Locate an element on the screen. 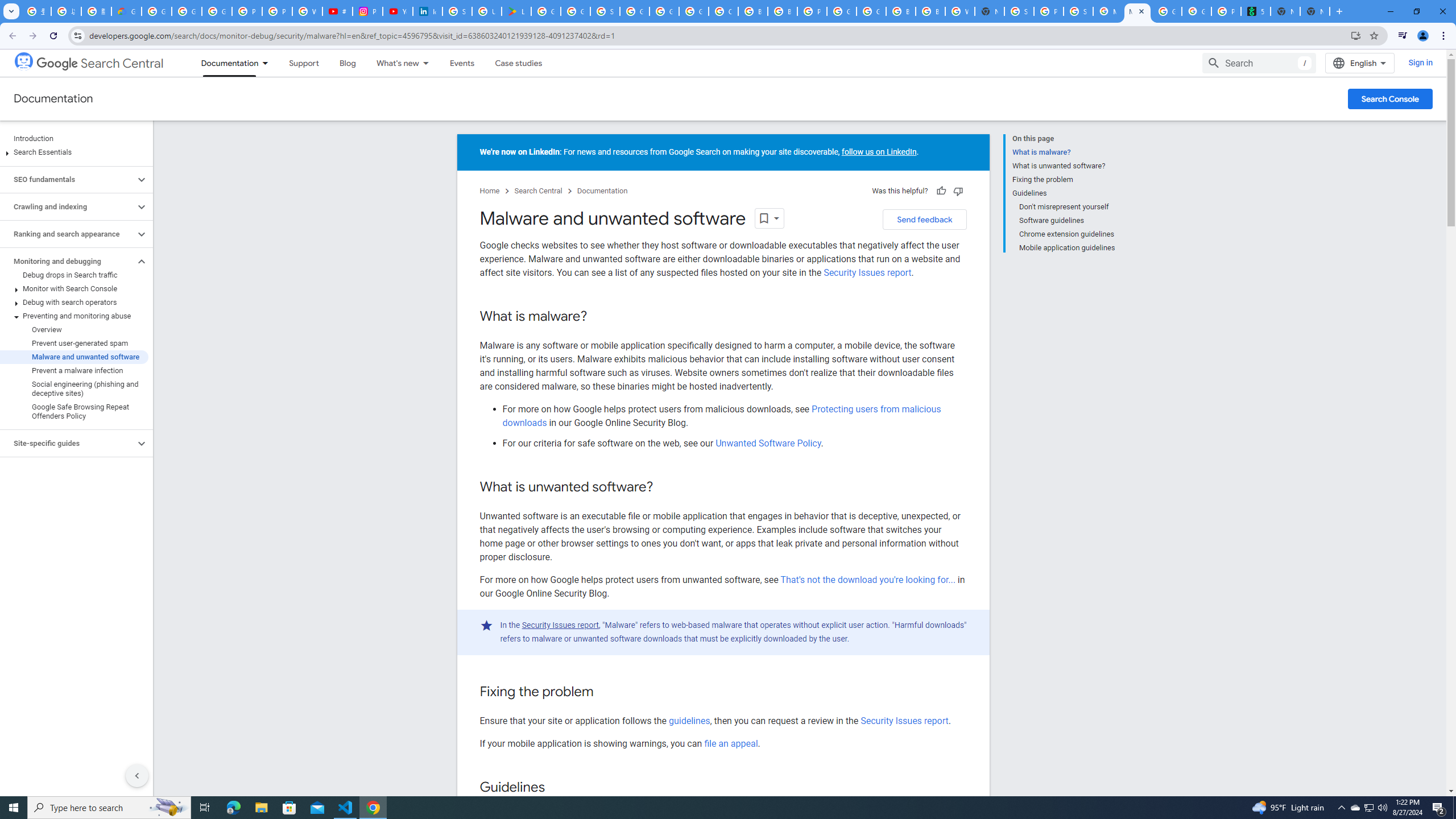 Image resolution: width=1456 pixels, height=819 pixels. 'Dropdown menu for Documentation' is located at coordinates (268, 63).